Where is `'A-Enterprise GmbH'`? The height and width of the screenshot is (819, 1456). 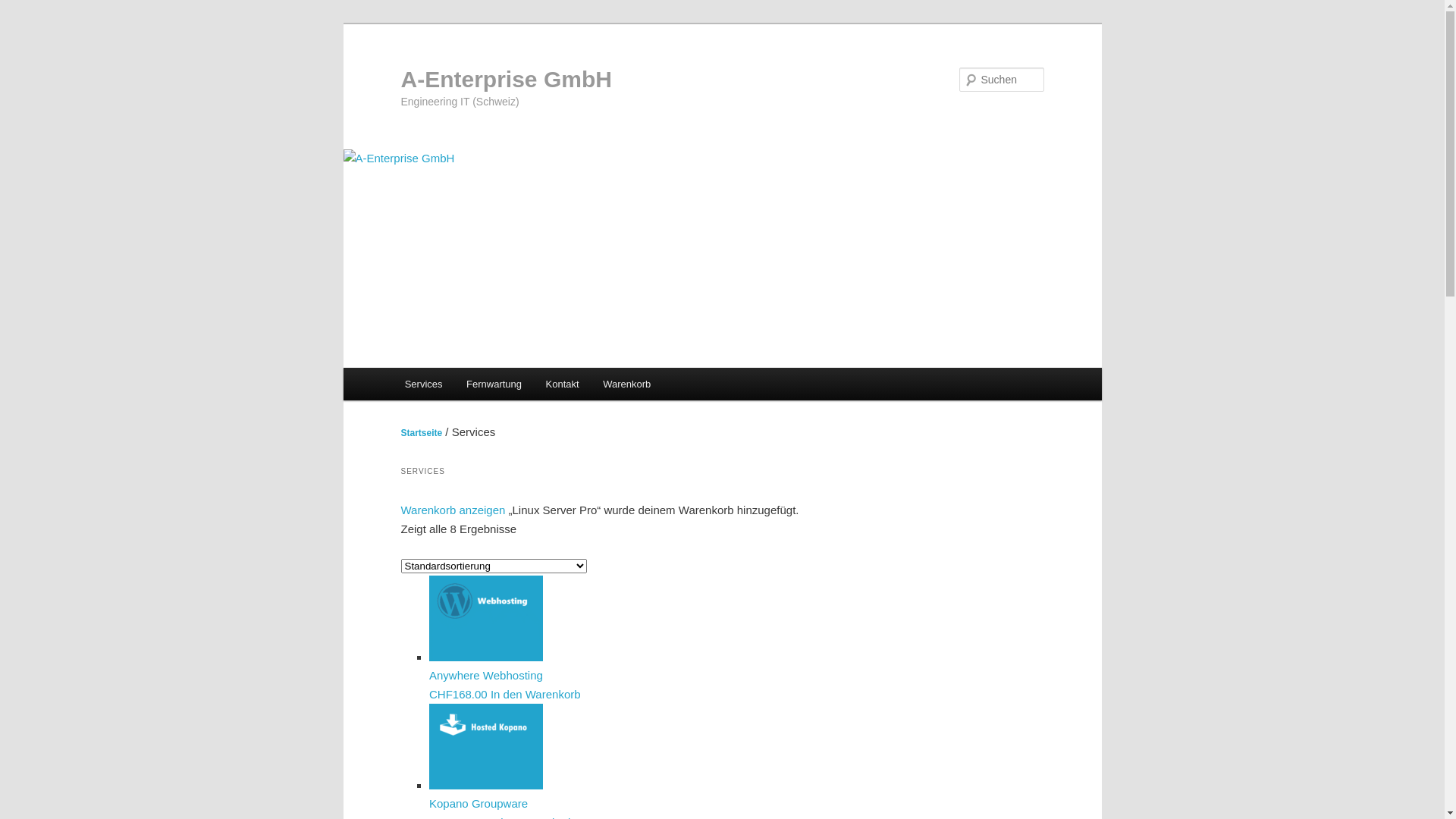 'A-Enterprise GmbH' is located at coordinates (506, 79).